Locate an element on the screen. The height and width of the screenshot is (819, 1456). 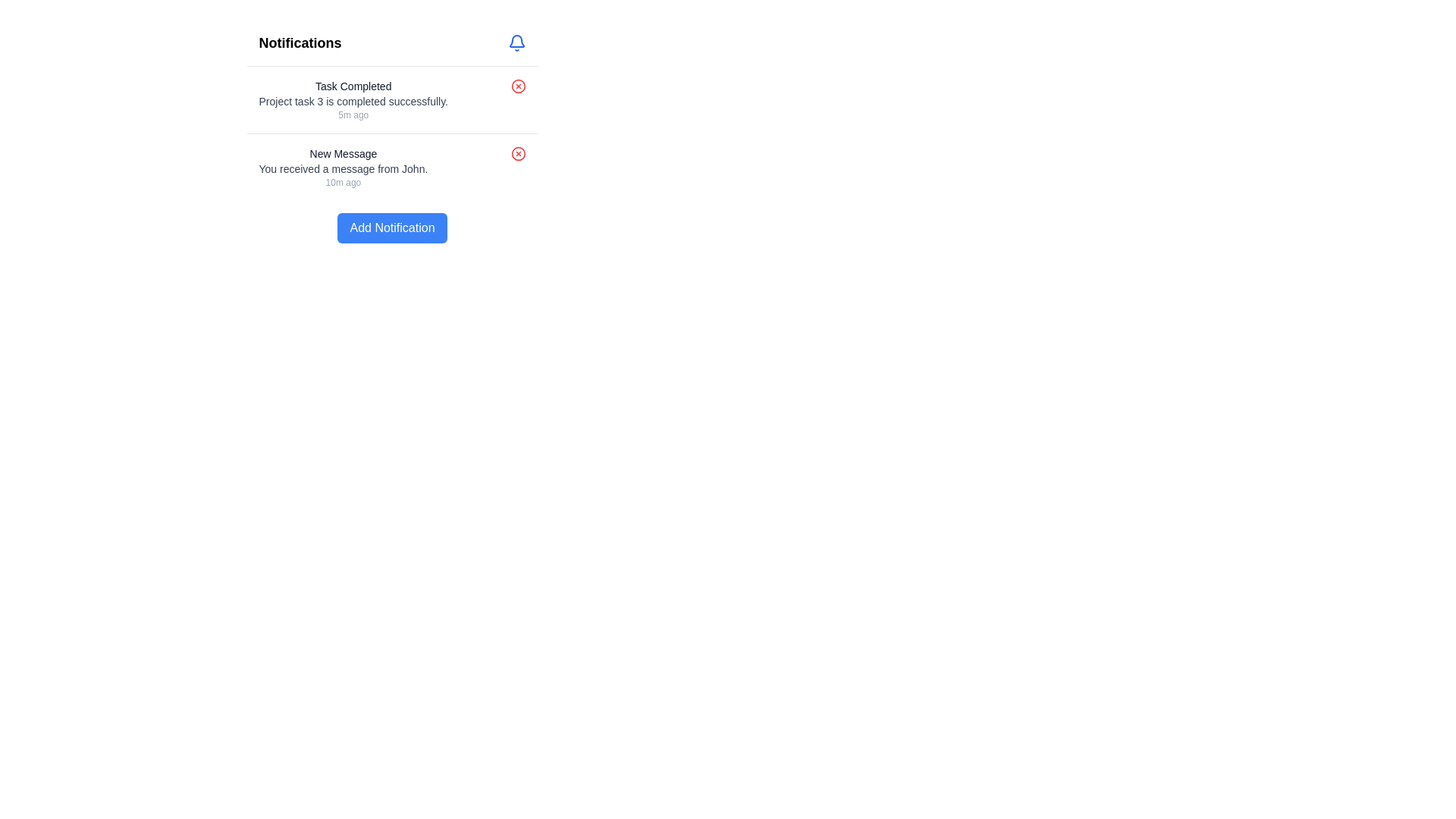
Text Label that describes a message notification from John, located below the 'New Message' header and above the '10m ago' timestamp is located at coordinates (342, 169).